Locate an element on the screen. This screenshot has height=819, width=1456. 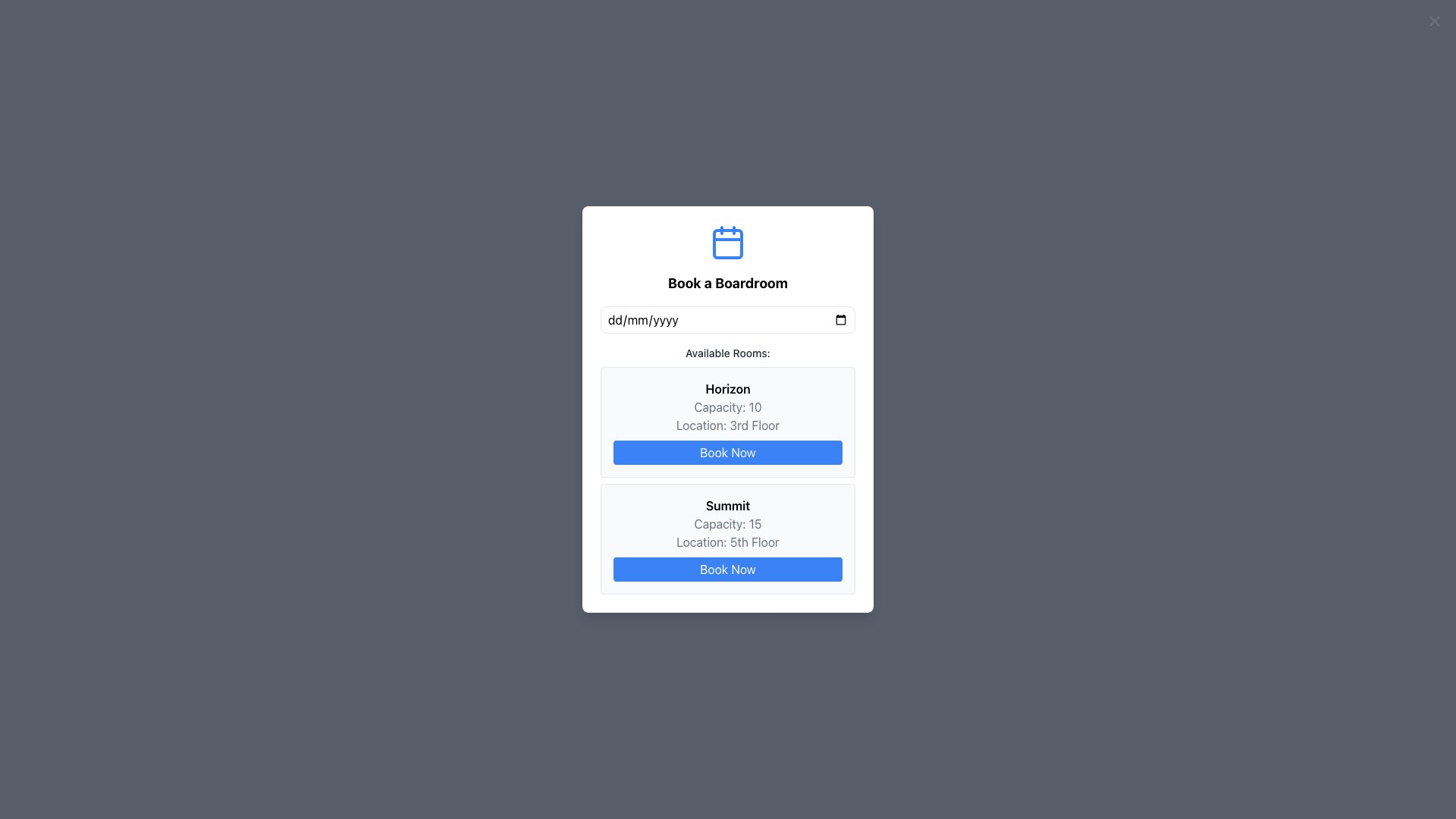
the text label displaying 'Available Rooms:' which is centrally aligned below the date input field is located at coordinates (728, 353).